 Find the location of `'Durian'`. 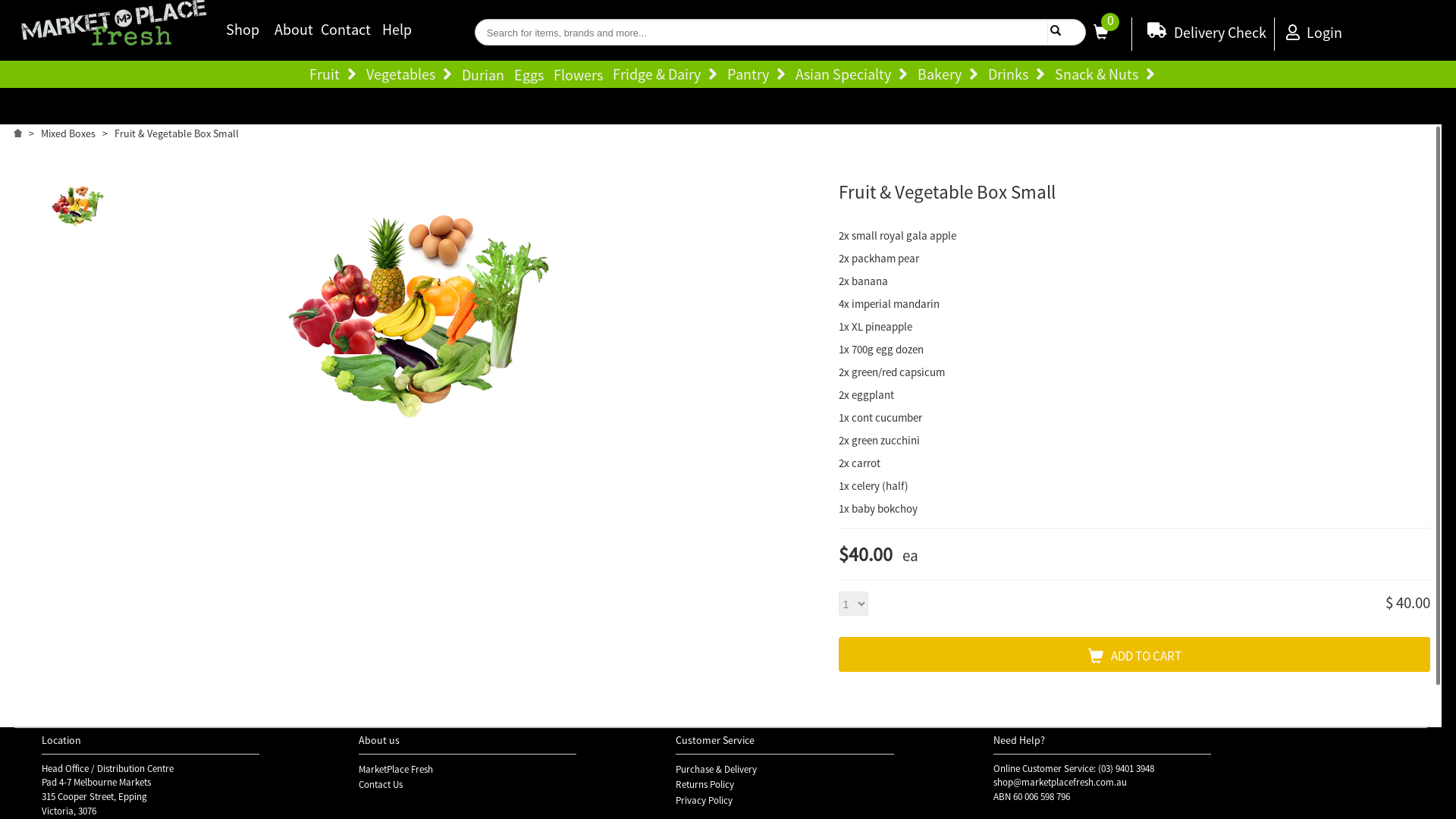

'Durian' is located at coordinates (460, 74).